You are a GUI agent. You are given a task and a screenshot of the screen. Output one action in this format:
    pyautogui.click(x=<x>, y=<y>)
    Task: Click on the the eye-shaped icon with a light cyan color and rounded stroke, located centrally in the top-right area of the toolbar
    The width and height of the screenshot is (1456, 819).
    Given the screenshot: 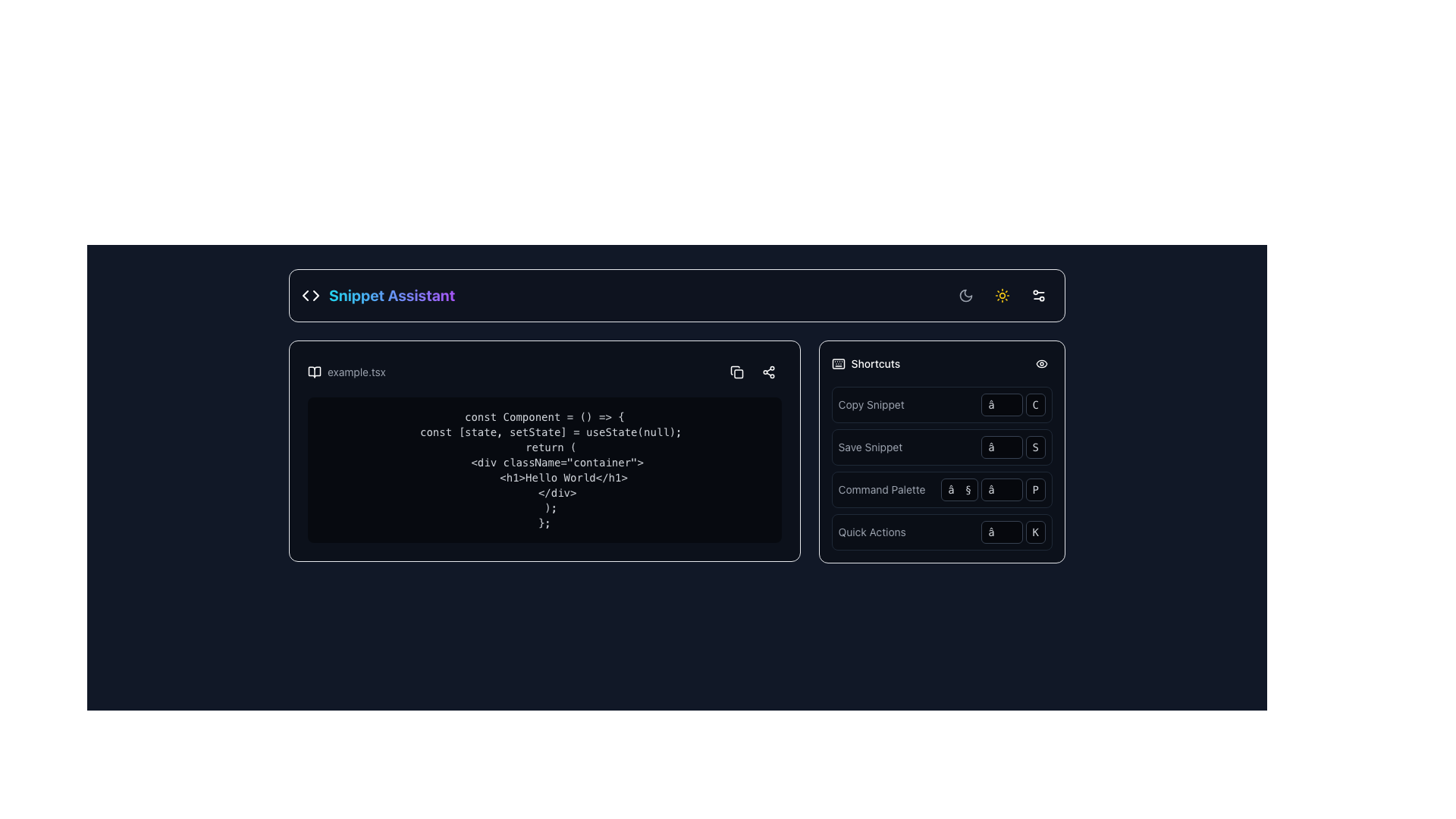 What is the action you would take?
    pyautogui.click(x=1040, y=363)
    